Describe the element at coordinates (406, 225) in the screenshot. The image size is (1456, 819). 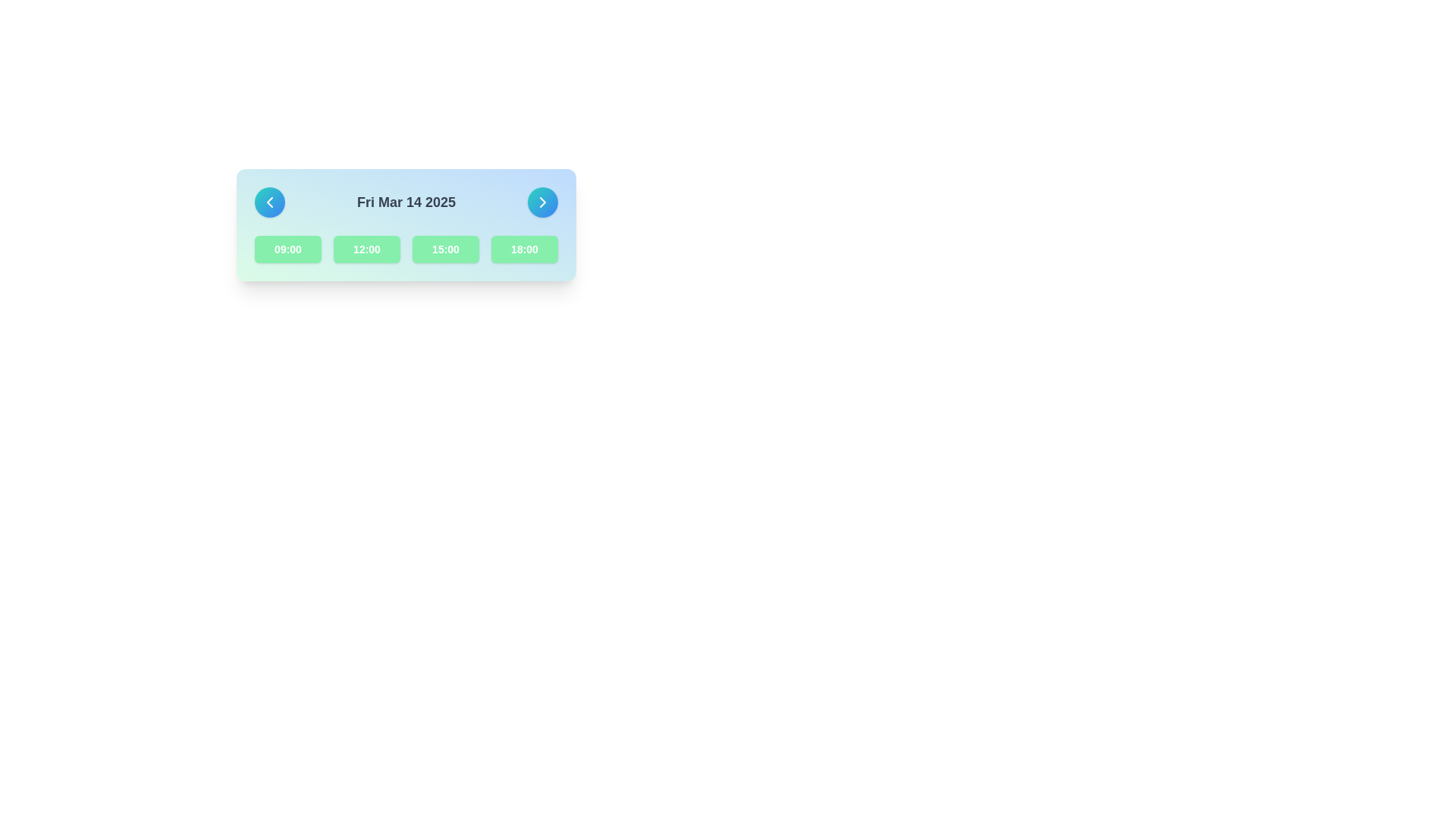
I see `the time slot button located within the rectangular card that has a gradient background from green to blue, which displays selectable time slots beneath the date` at that location.